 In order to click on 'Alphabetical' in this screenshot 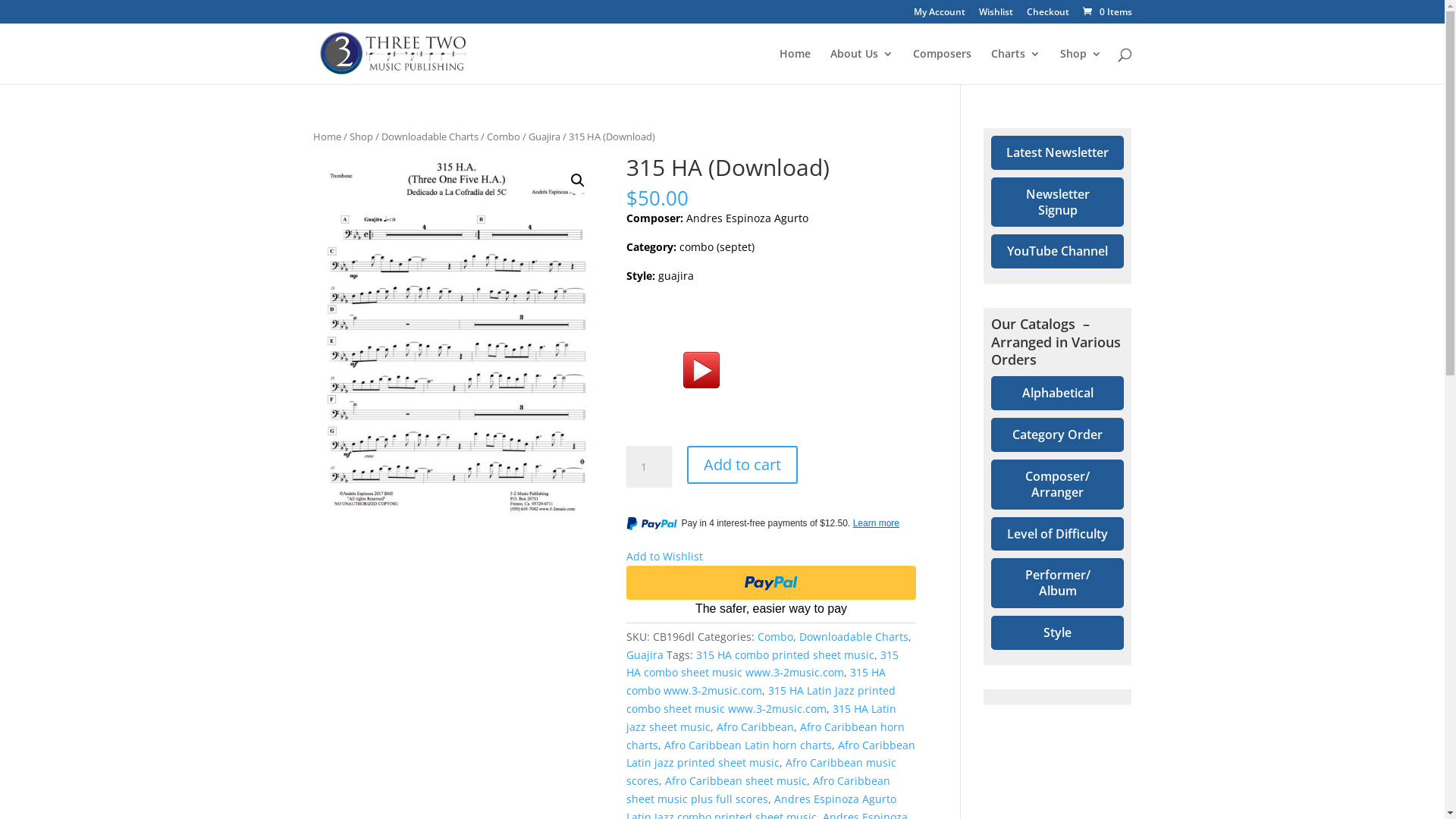, I will do `click(1056, 392)`.